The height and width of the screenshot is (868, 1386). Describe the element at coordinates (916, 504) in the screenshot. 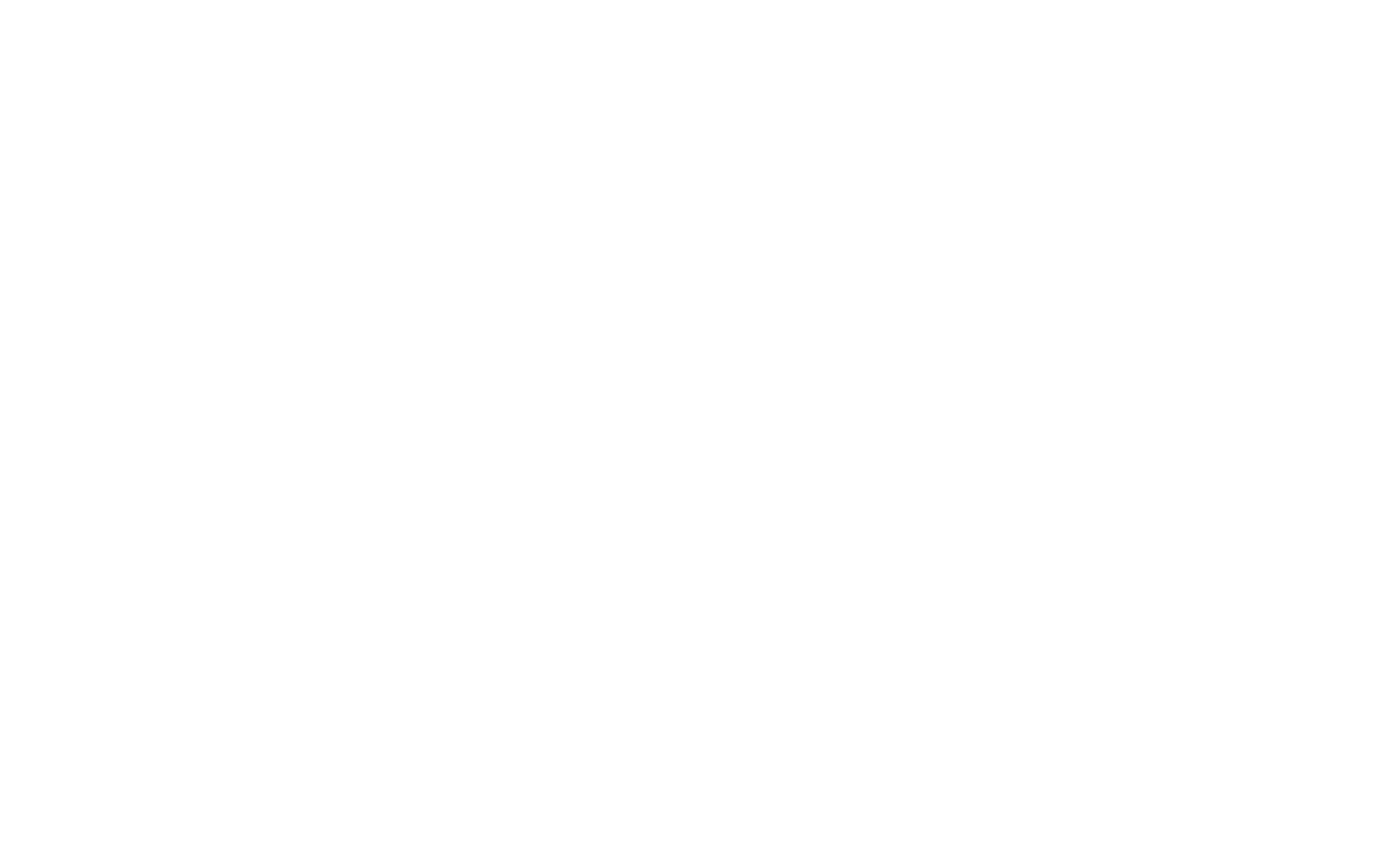

I see `'Media'` at that location.